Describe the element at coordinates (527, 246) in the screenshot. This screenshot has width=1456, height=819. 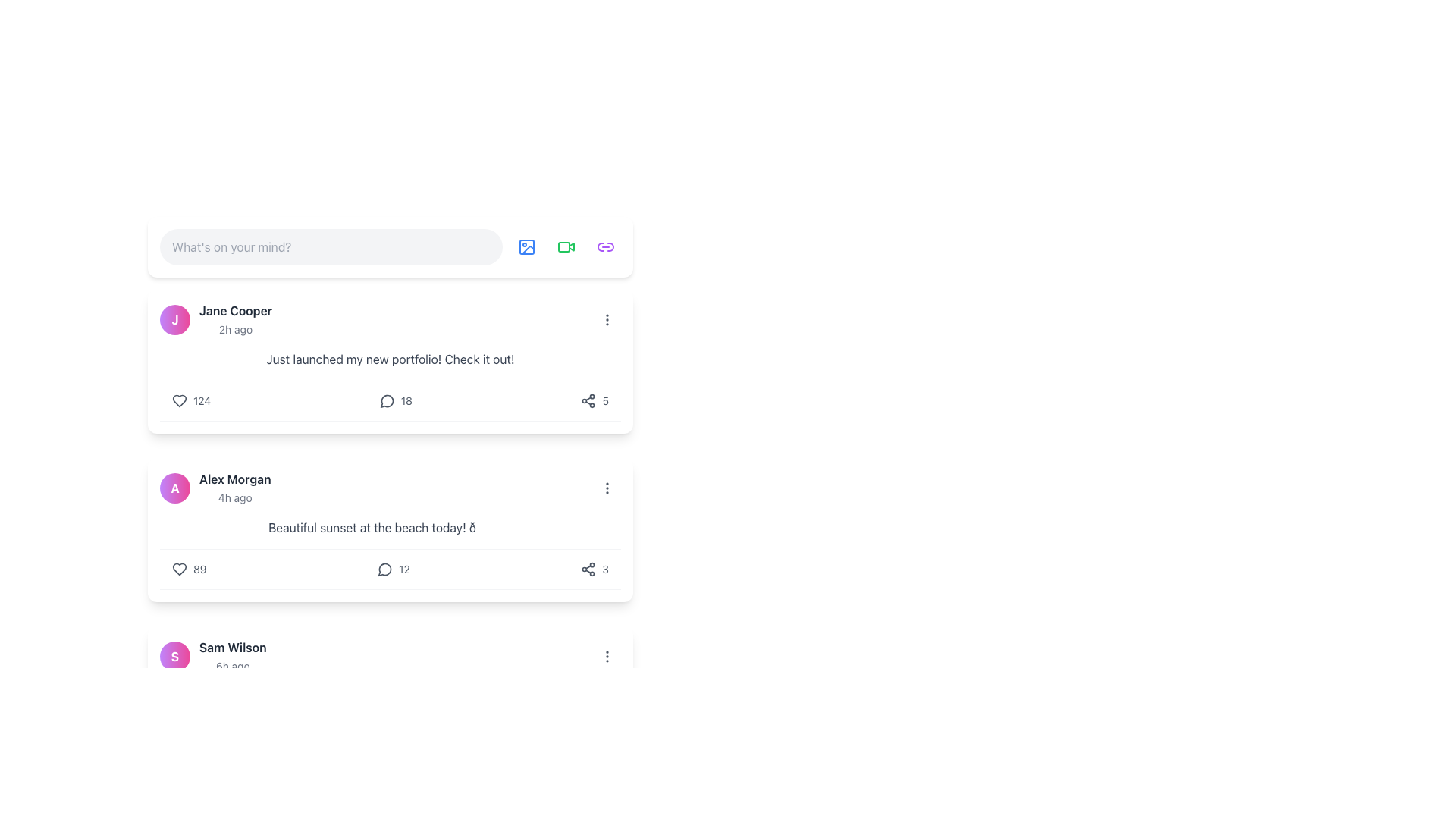
I see `the blue icon button resembling an image, which is the second icon in the top toolbar next to the text input box` at that location.